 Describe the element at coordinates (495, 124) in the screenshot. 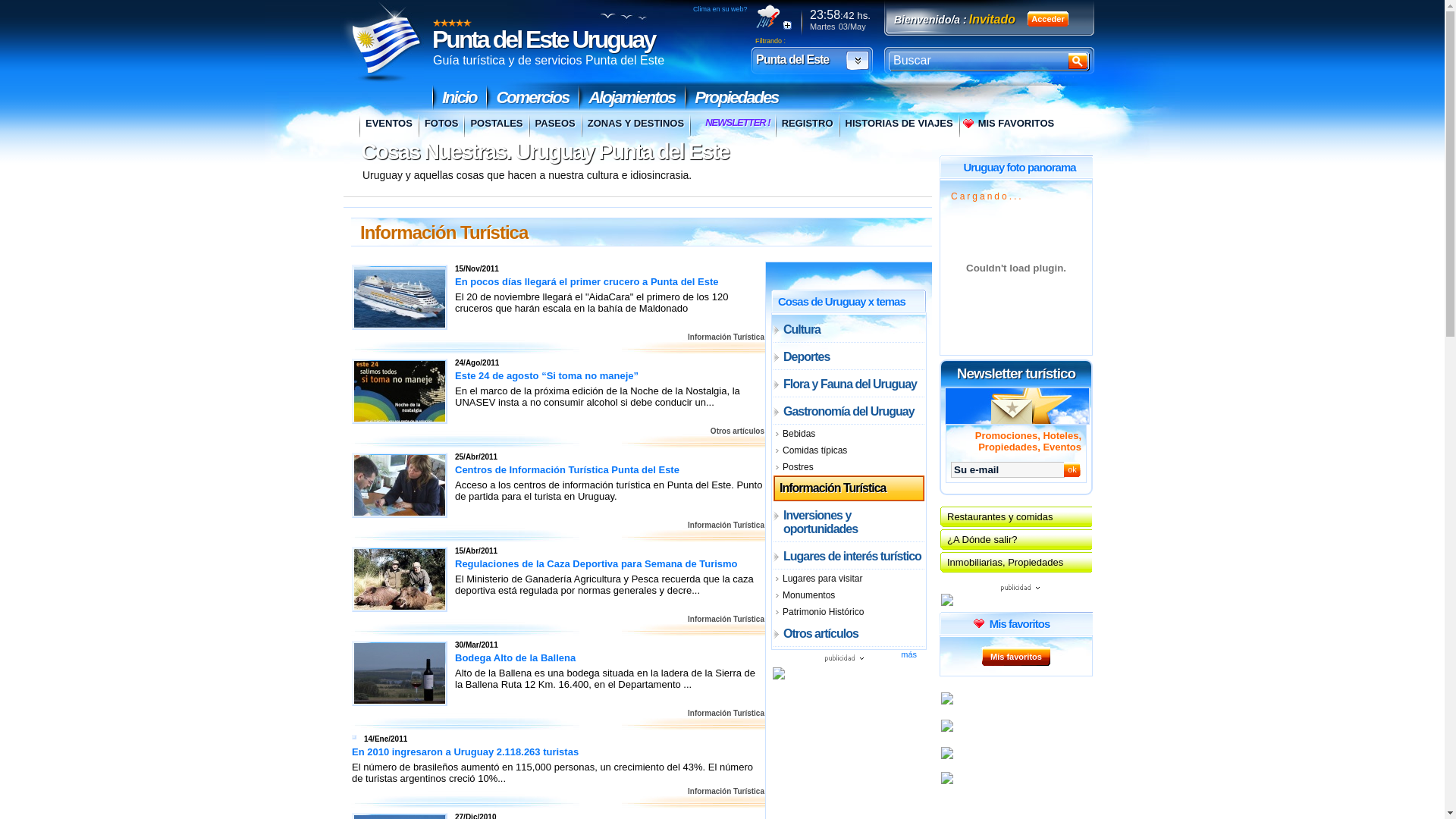

I see `'POSTALES'` at that location.